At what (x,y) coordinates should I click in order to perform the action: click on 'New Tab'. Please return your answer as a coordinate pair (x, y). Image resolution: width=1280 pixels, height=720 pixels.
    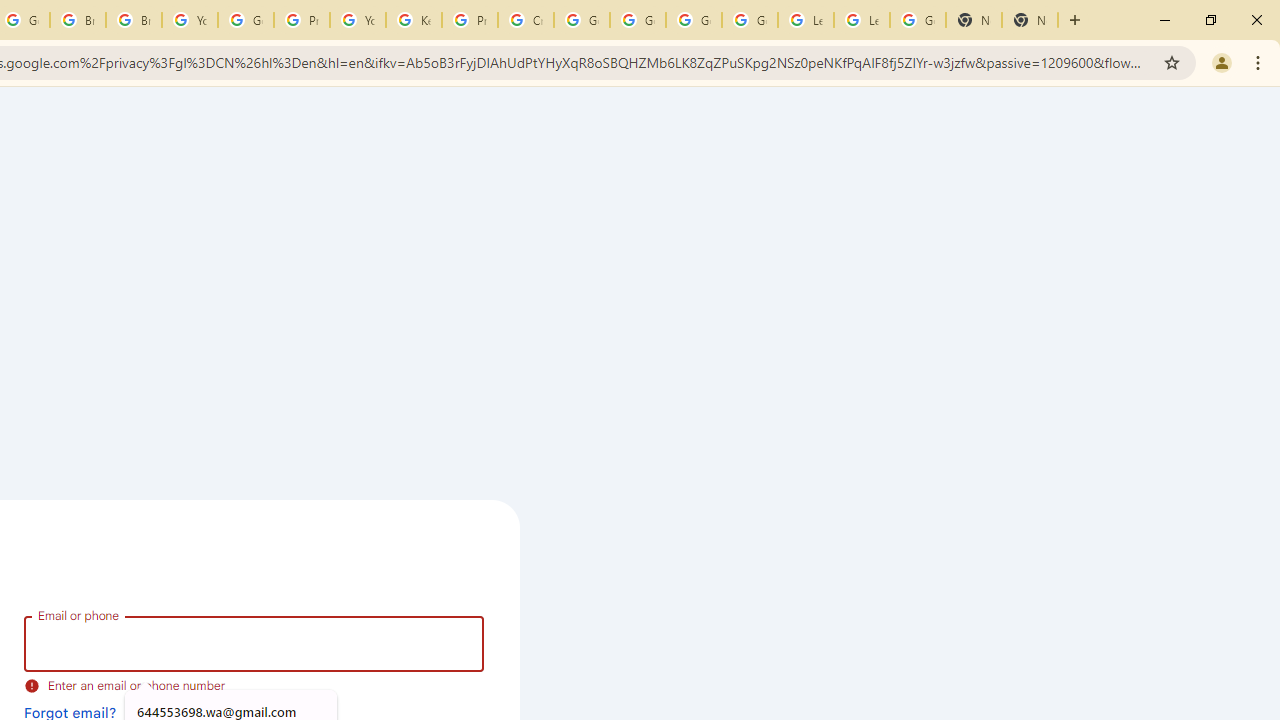
    Looking at the image, I should click on (1030, 20).